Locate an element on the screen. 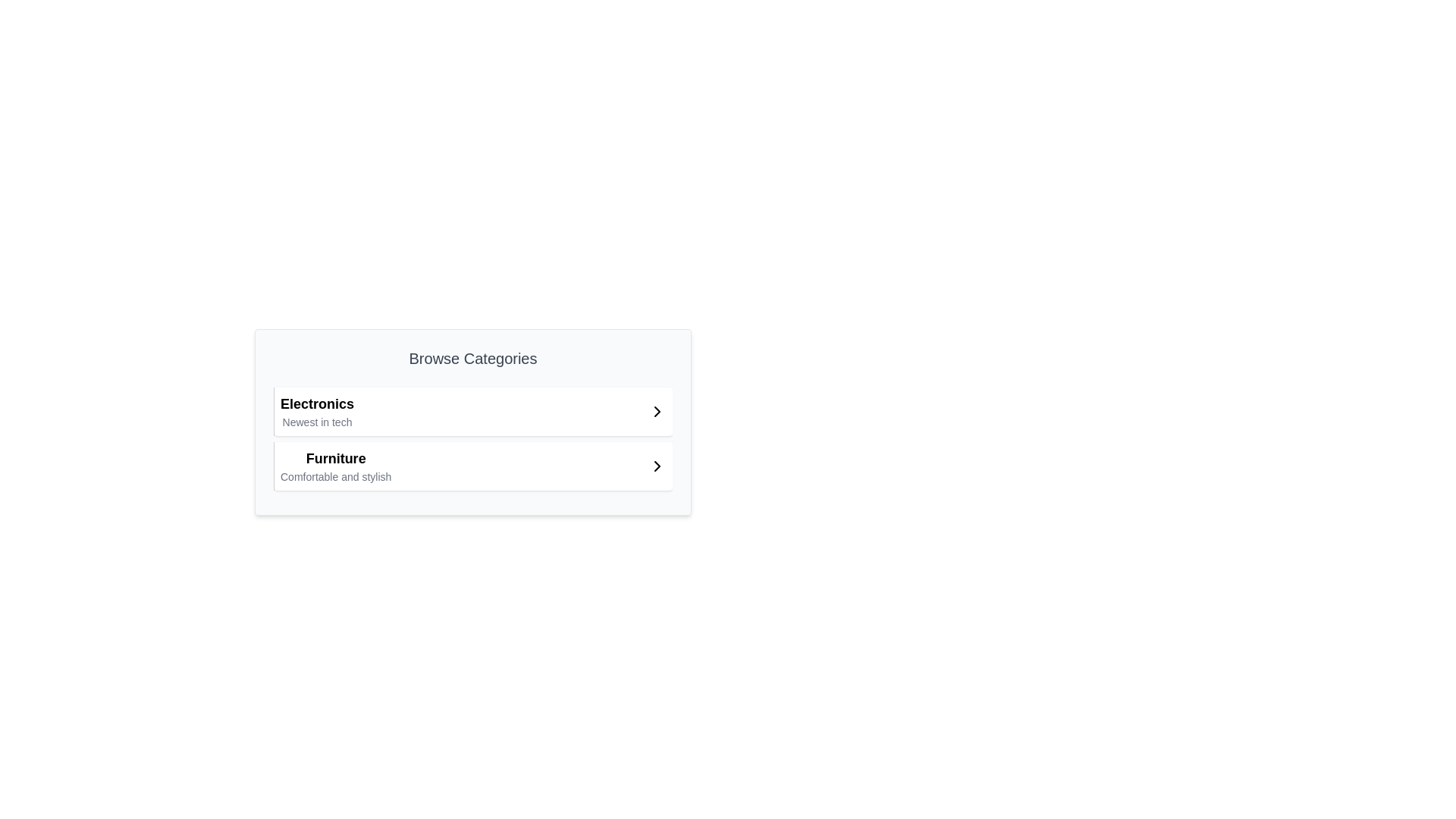 The image size is (1456, 819). the navigation button located at the far right of the 'Furniture Comfortable and stylish' section is located at coordinates (657, 465).